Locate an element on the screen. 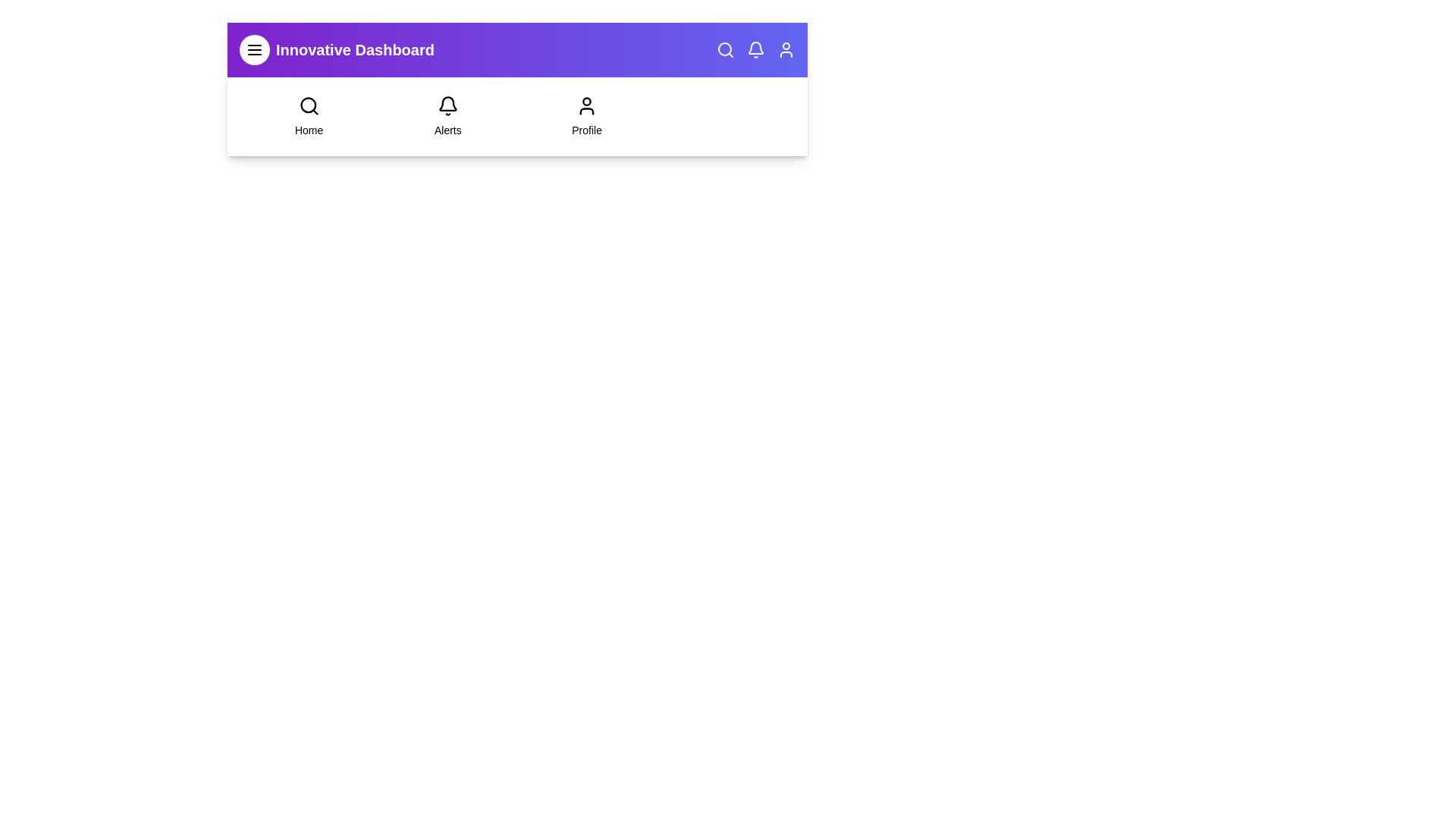 This screenshot has height=819, width=1456. the menu item Profile from the menu is located at coordinates (585, 116).